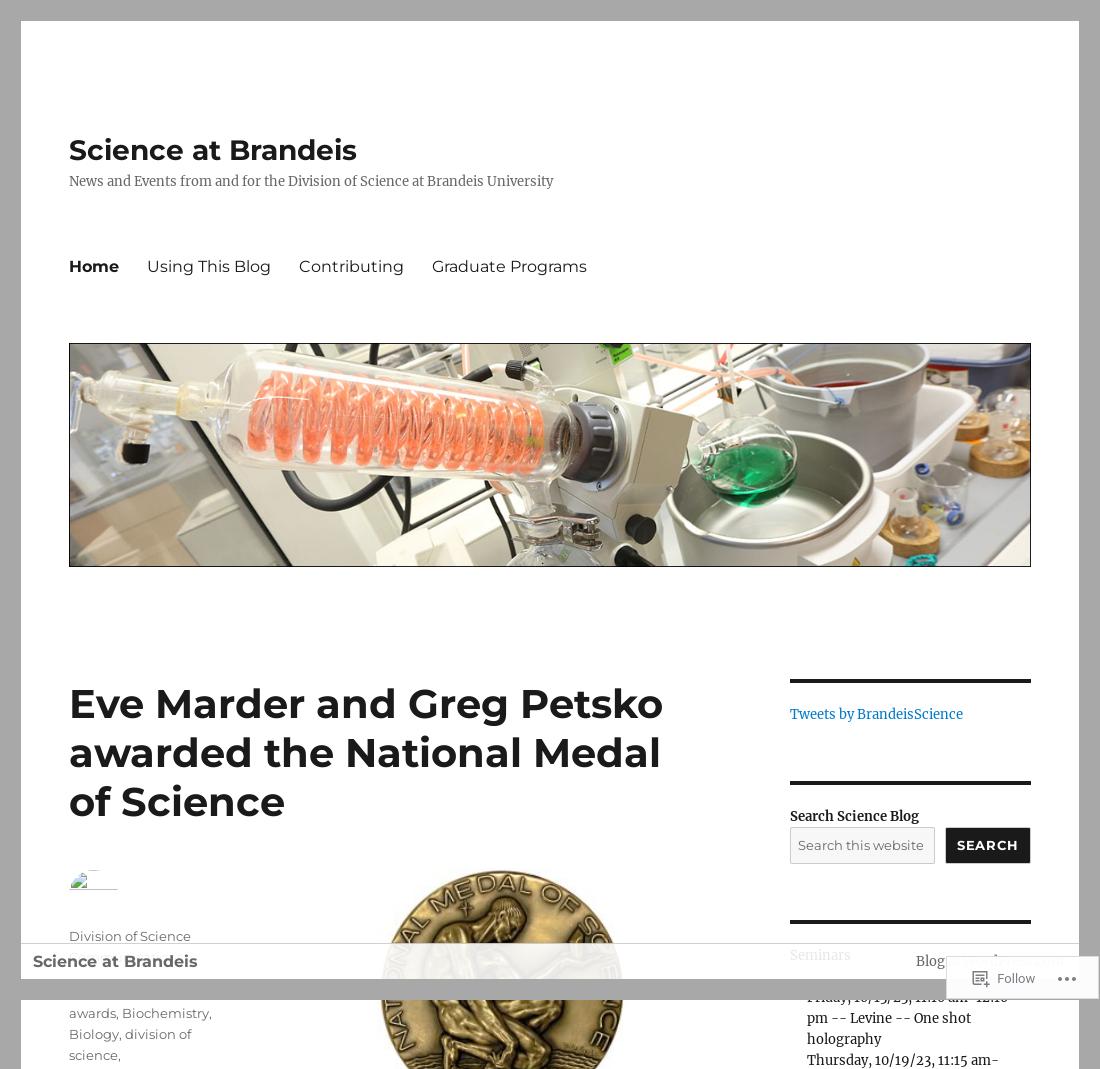 The image size is (1100, 1069). I want to click on 'Home', so click(67, 264).